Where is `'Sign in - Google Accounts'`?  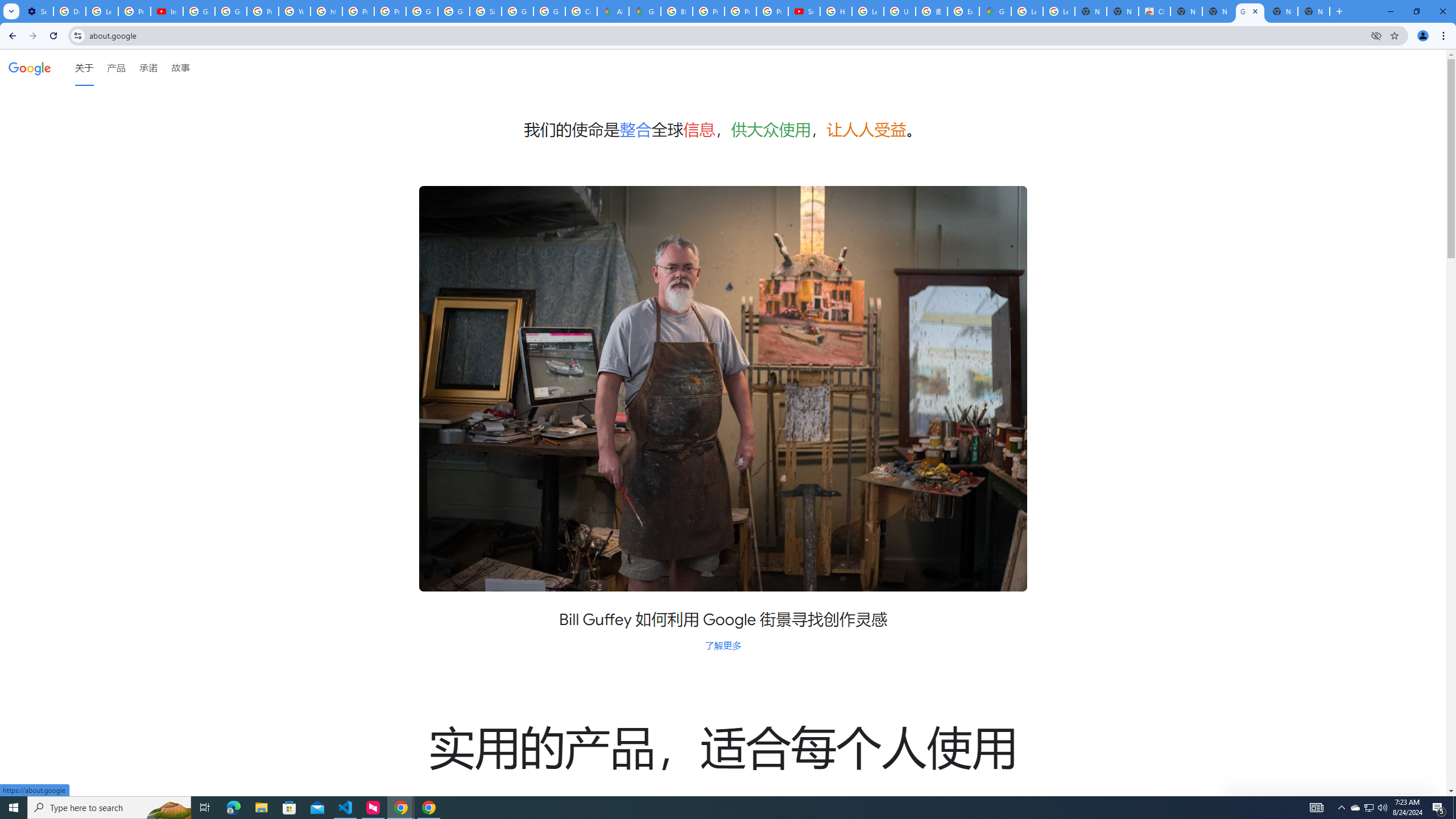 'Sign in - Google Accounts' is located at coordinates (485, 11).